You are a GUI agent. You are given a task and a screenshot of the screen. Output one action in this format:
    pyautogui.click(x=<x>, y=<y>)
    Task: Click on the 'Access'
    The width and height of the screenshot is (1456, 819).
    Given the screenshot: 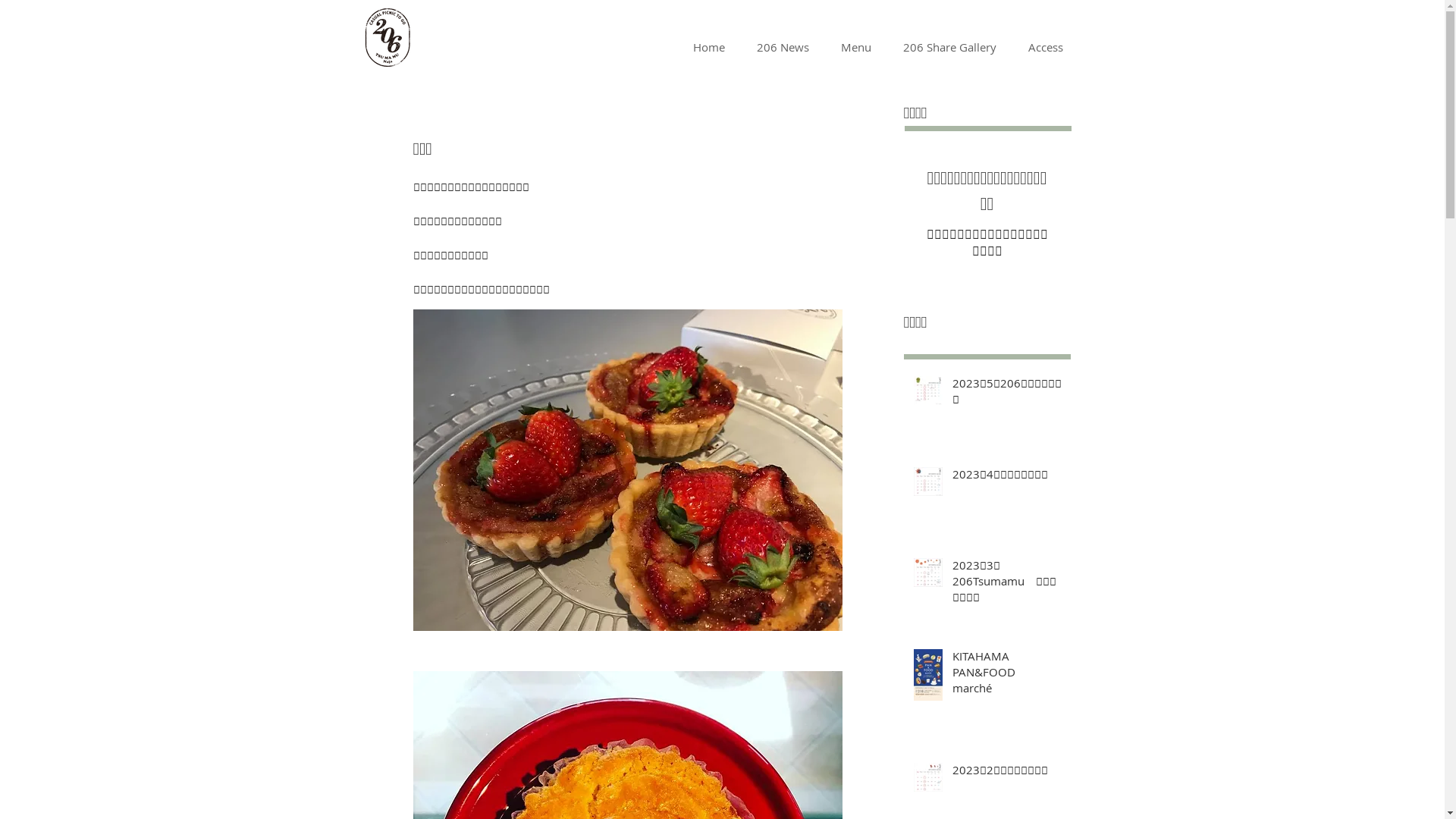 What is the action you would take?
    pyautogui.click(x=1043, y=45)
    